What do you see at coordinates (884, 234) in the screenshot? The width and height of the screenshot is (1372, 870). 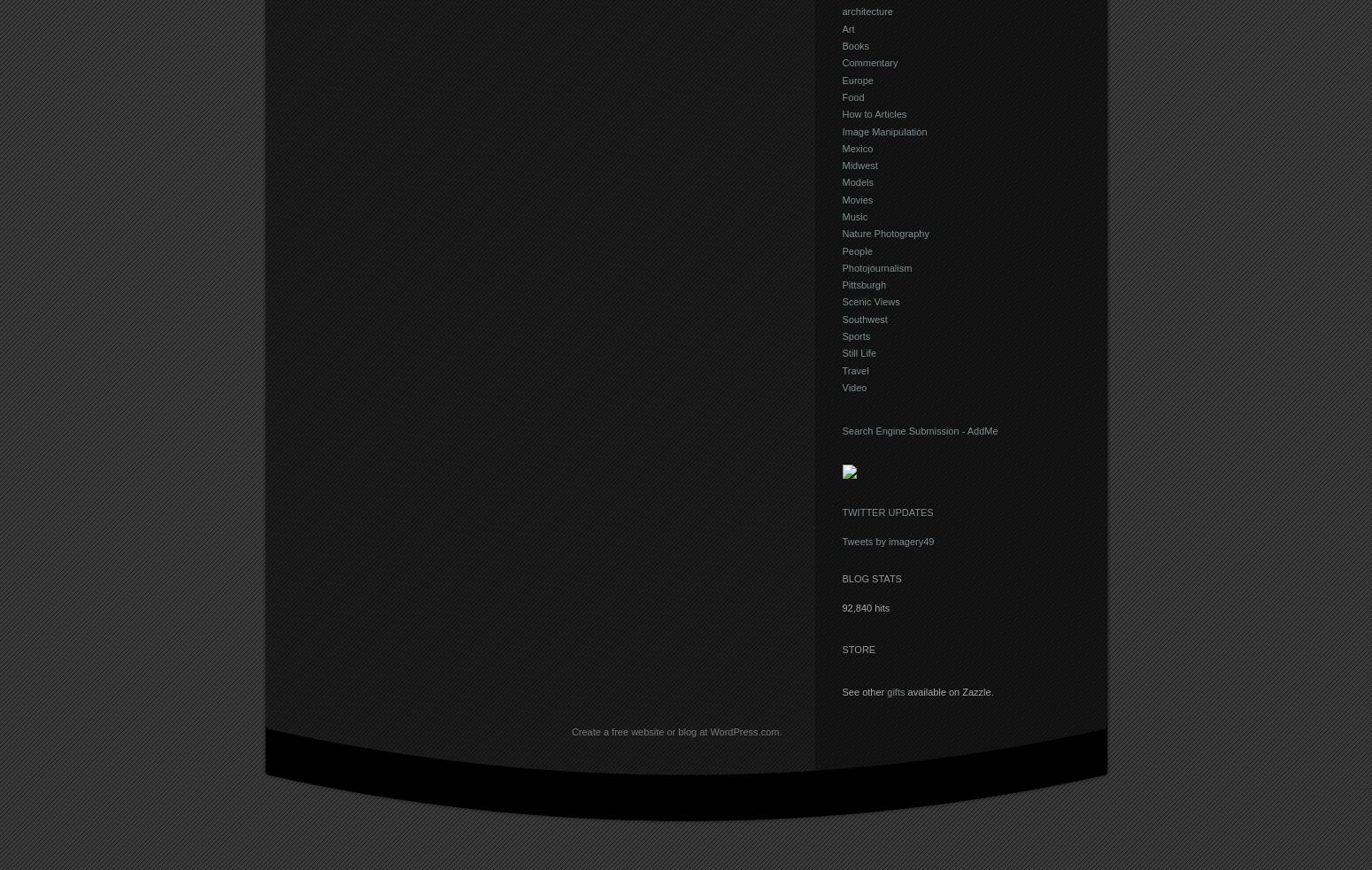 I see `'Nature Photography'` at bounding box center [884, 234].